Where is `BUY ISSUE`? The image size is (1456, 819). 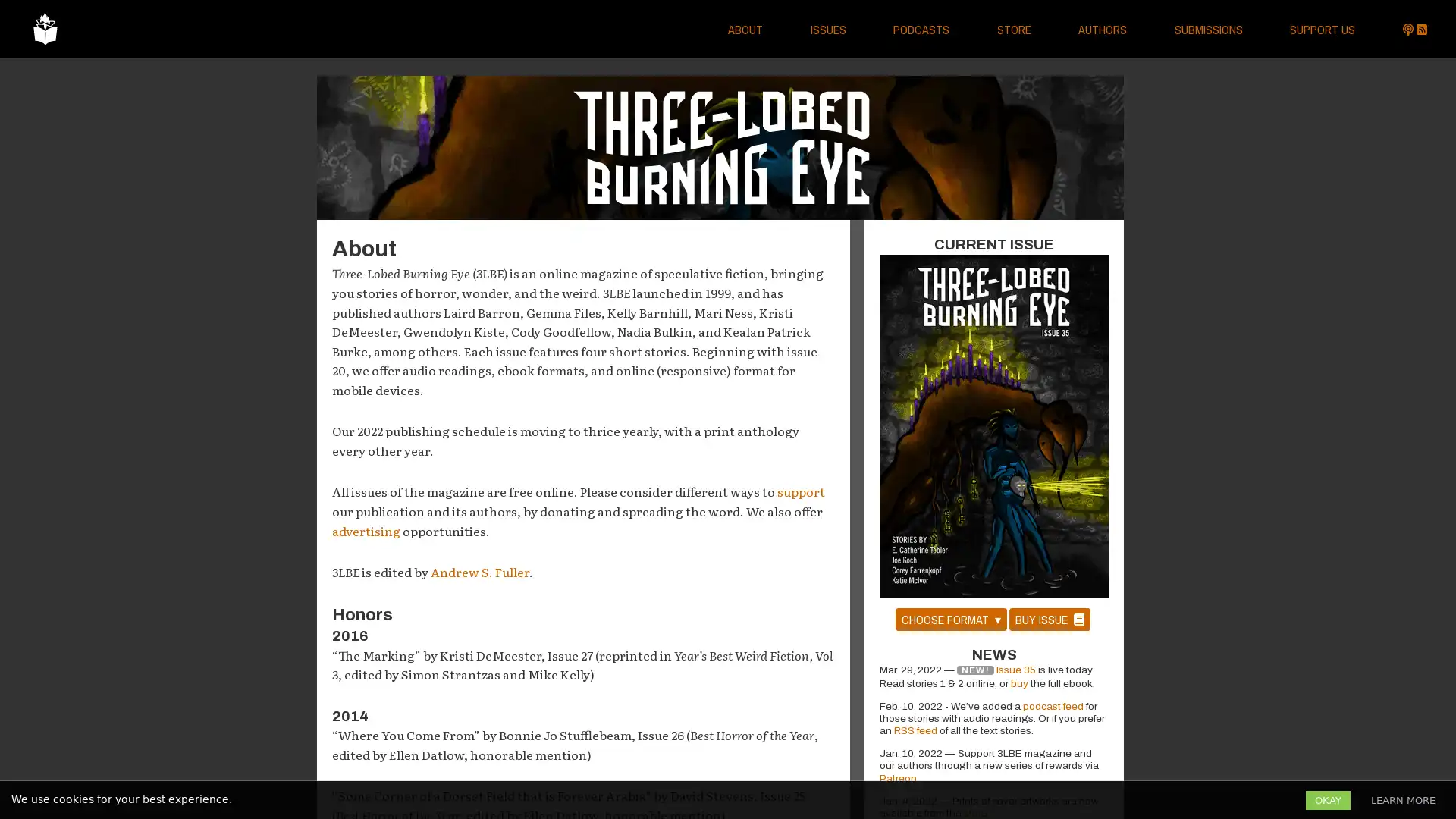 BUY ISSUE is located at coordinates (1048, 619).